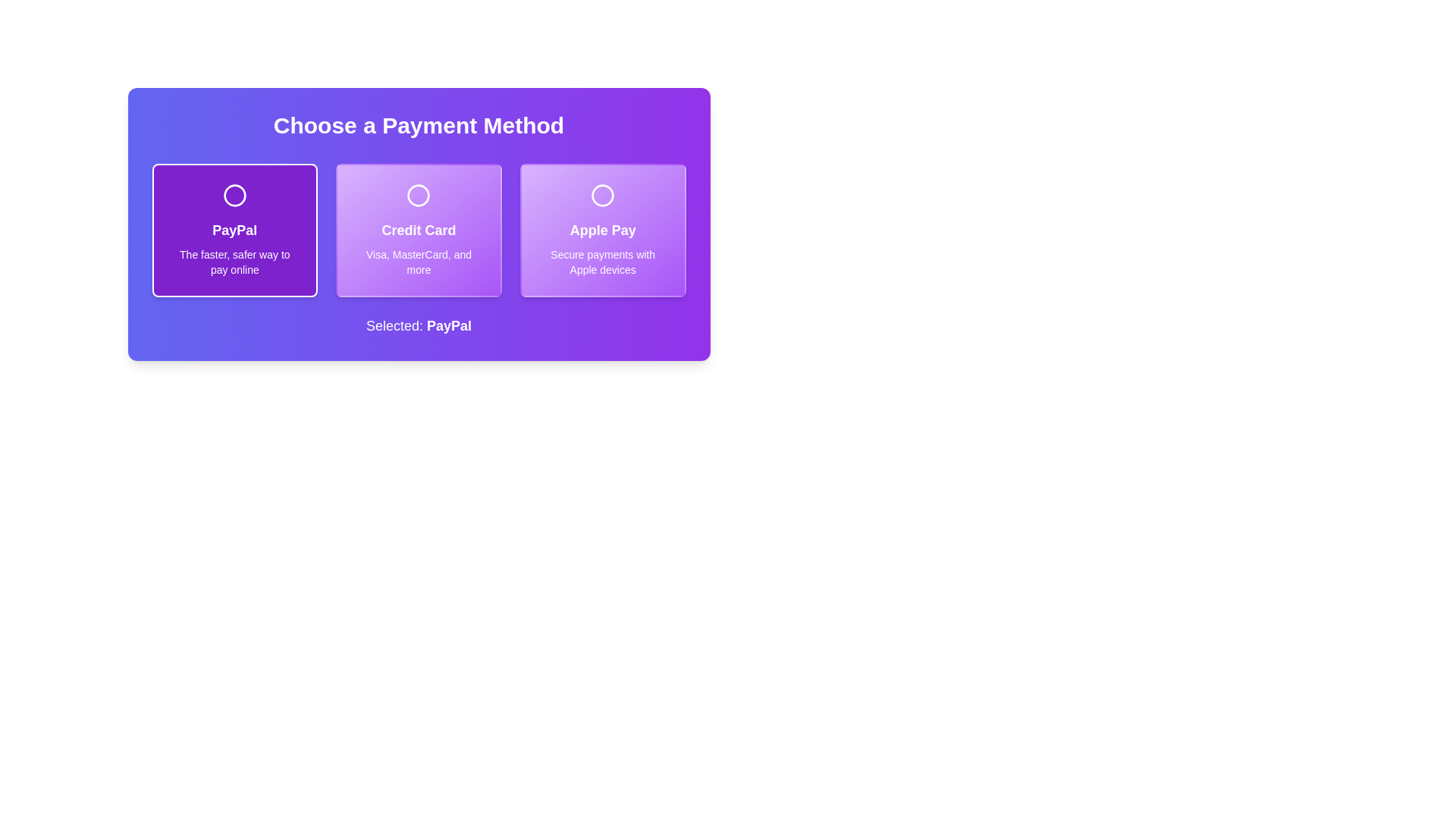 This screenshot has height=819, width=1456. What do you see at coordinates (419, 195) in the screenshot?
I see `the circular icon representing the selection state within the 'Credit Card' payment option card, which is centrally located among the payment options` at bounding box center [419, 195].